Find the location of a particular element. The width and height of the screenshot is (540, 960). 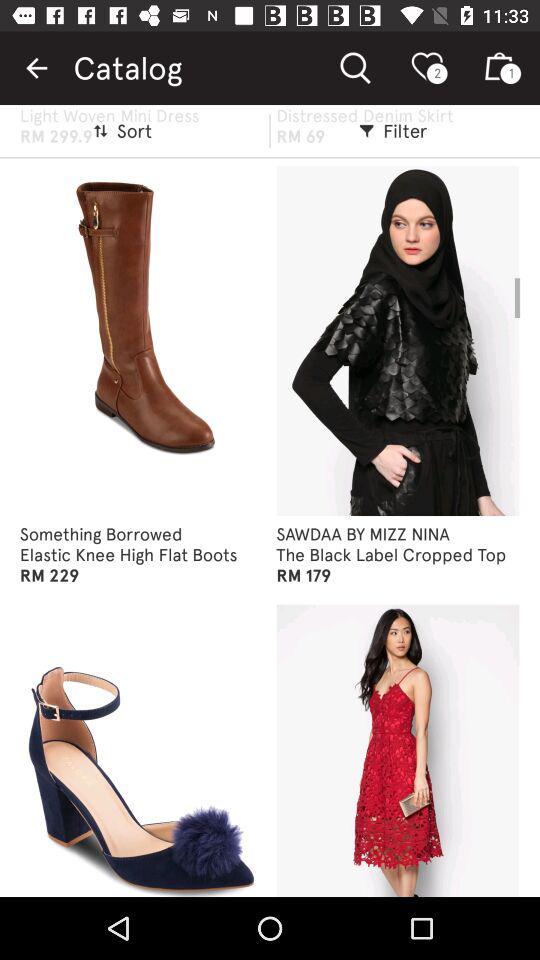

the item above esprit is located at coordinates (36, 68).